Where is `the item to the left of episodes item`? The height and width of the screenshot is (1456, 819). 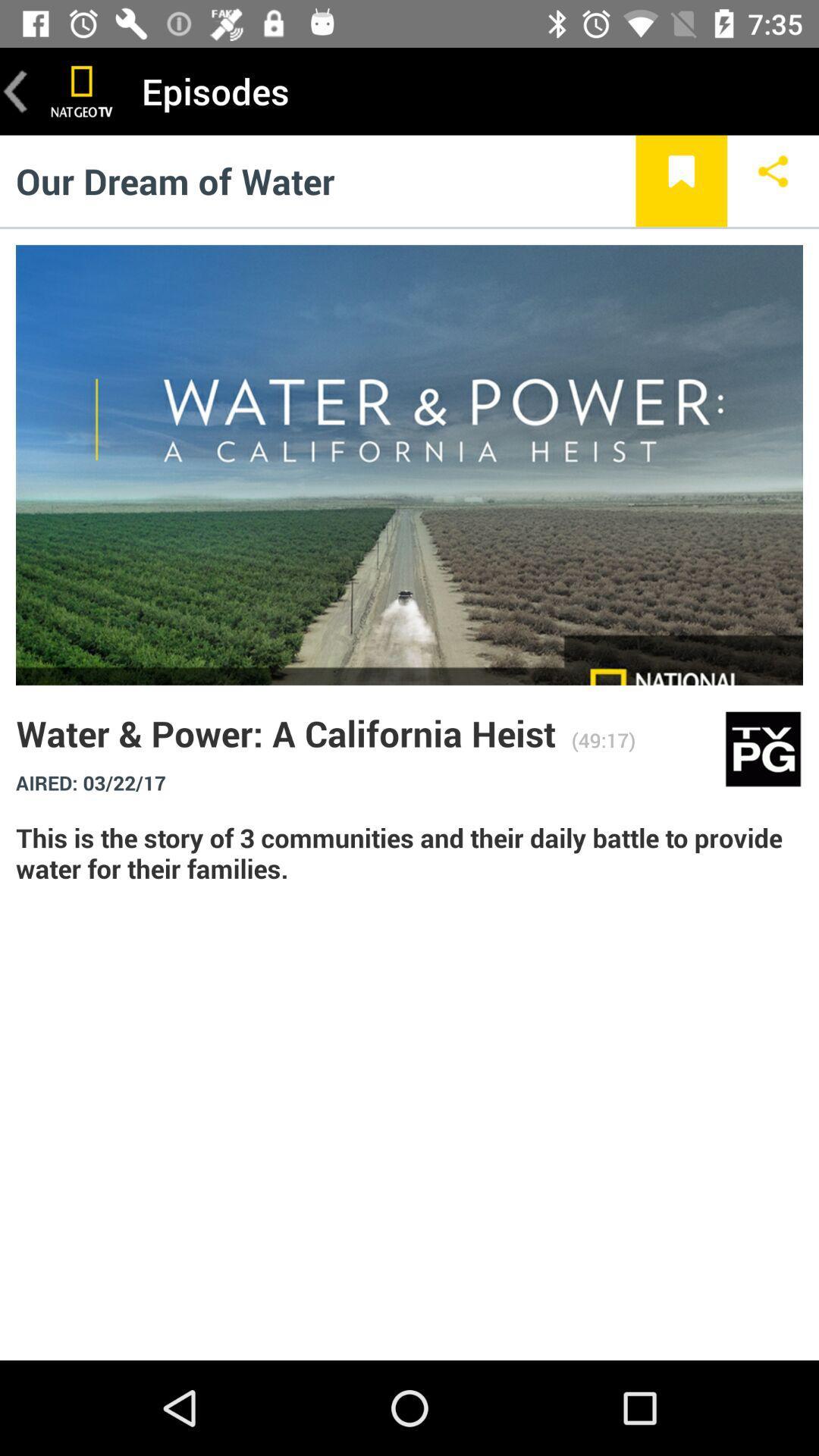
the item to the left of episodes item is located at coordinates (82, 90).